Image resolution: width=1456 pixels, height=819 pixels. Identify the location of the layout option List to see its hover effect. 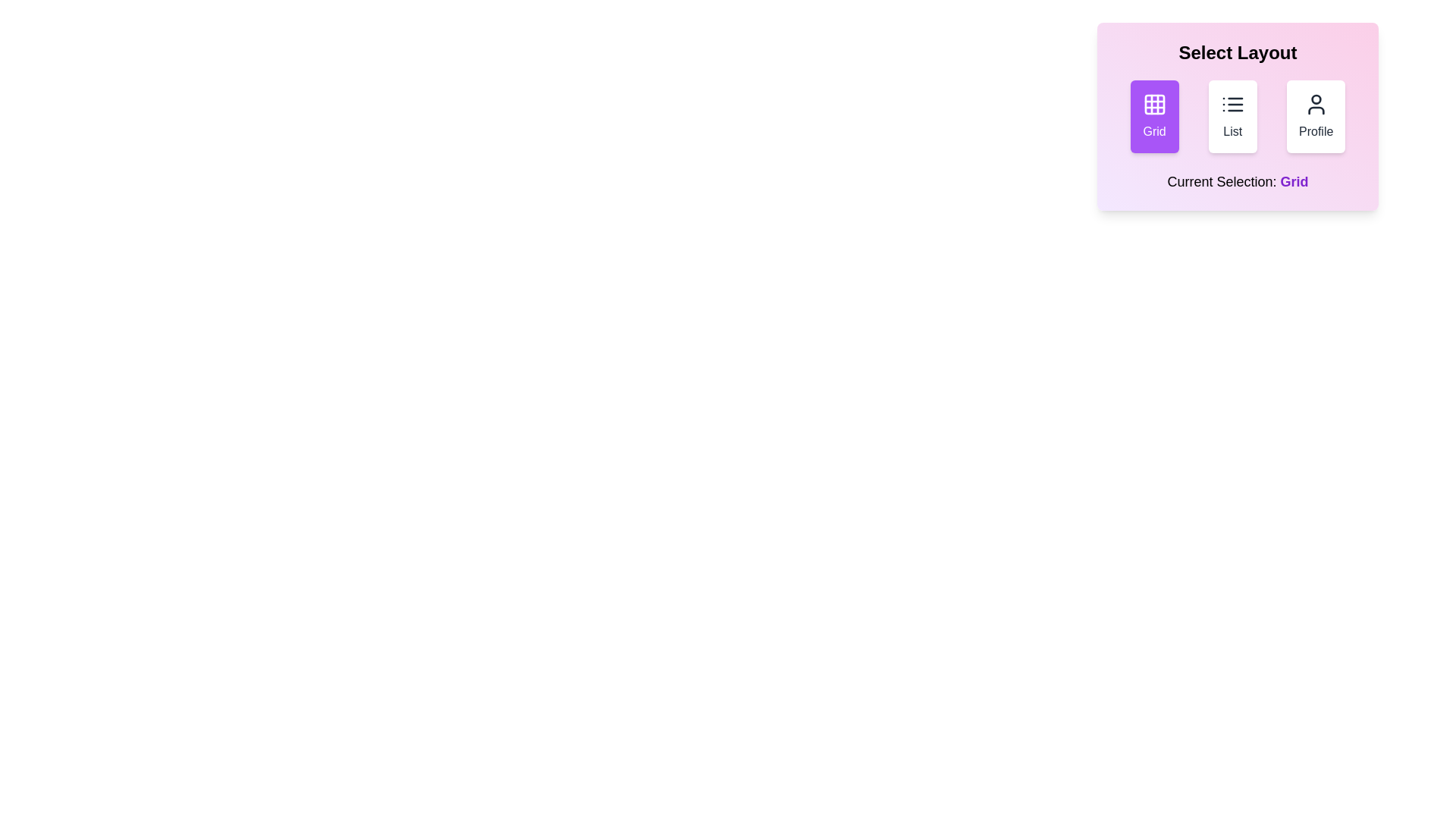
(1232, 116).